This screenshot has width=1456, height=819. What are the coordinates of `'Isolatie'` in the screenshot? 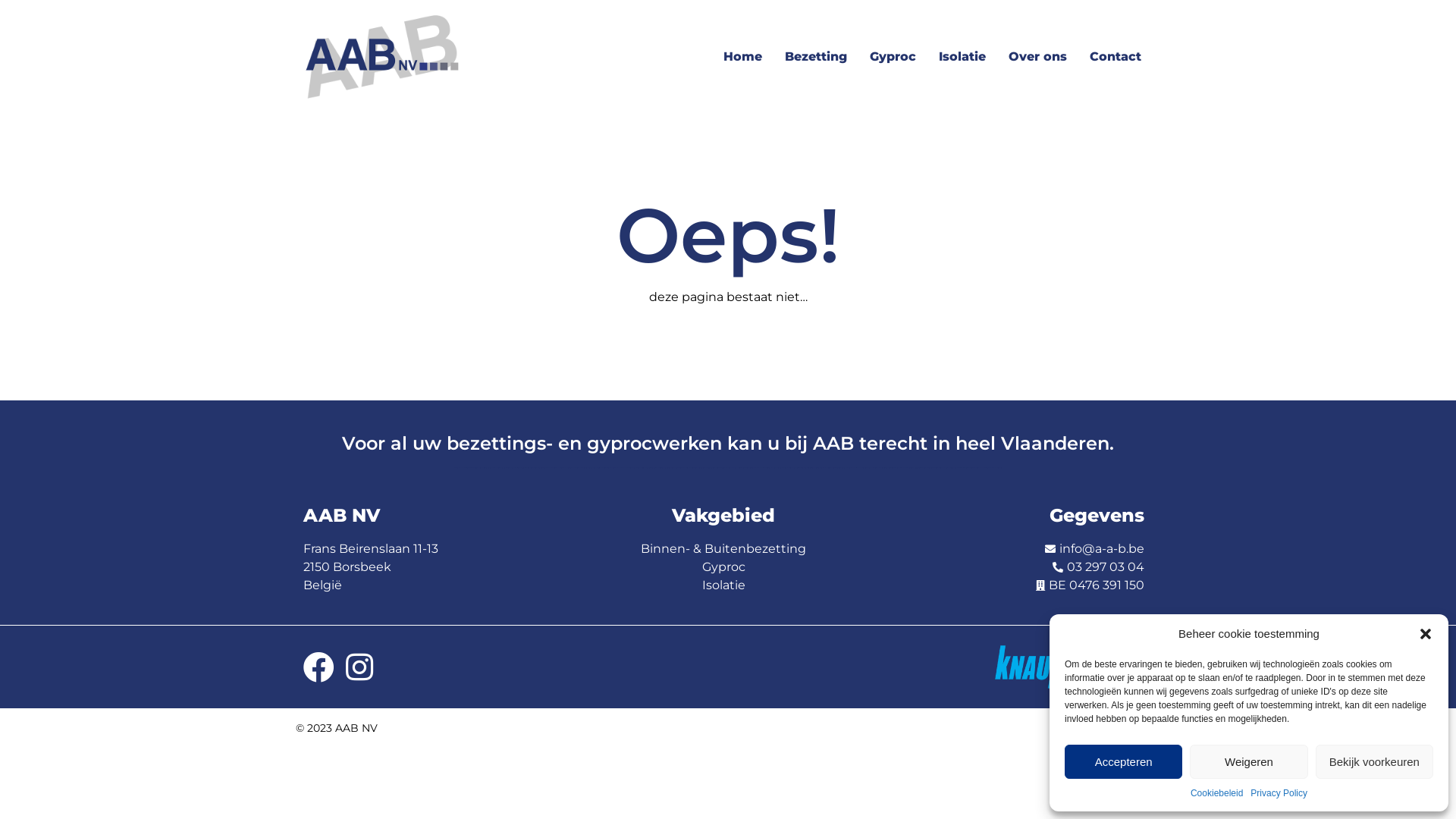 It's located at (723, 584).